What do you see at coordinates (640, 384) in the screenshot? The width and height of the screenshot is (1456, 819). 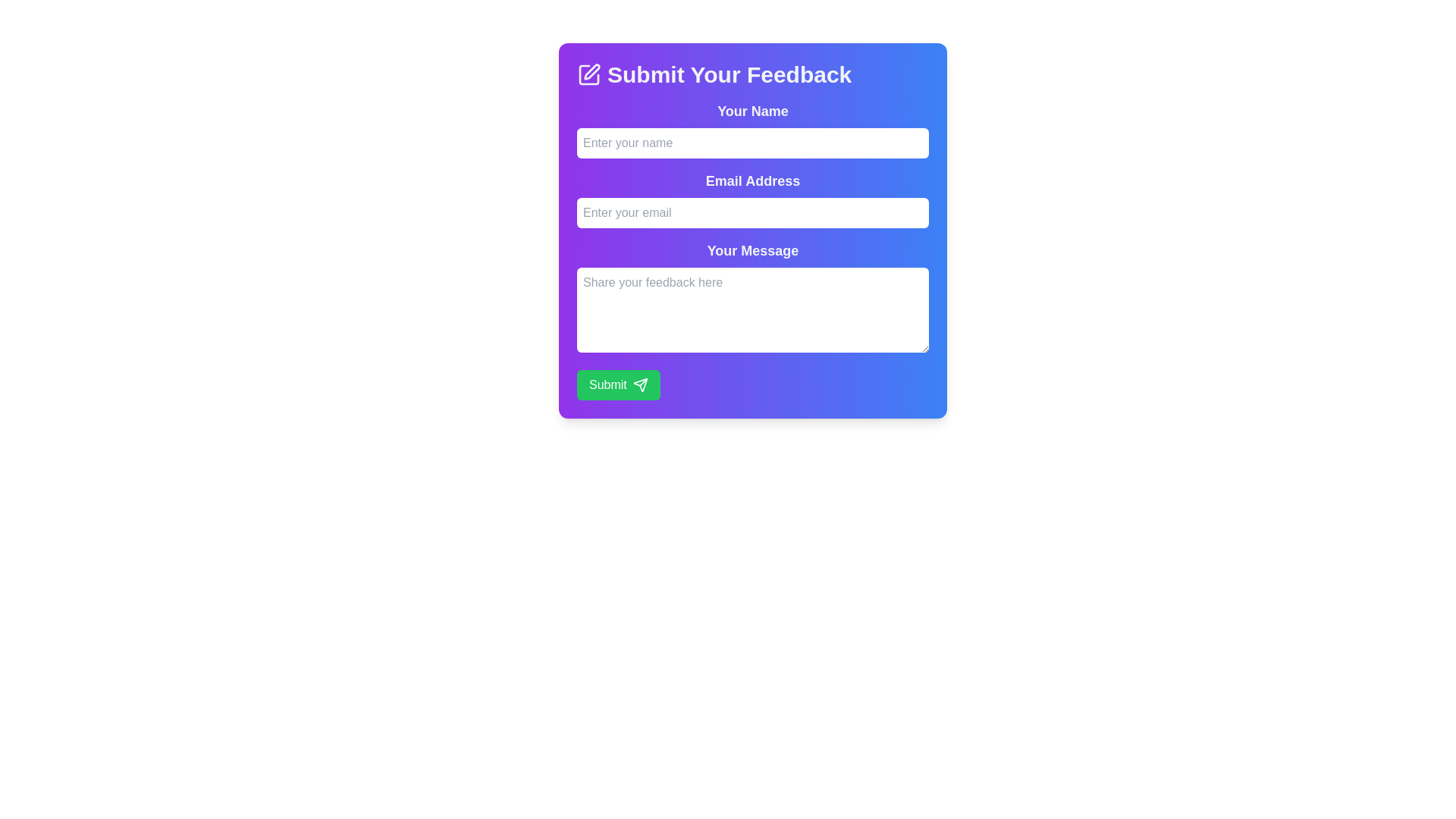 I see `the 'Submit' button which is located below the input fields for the feedback form and to the left of the submit icon` at bounding box center [640, 384].